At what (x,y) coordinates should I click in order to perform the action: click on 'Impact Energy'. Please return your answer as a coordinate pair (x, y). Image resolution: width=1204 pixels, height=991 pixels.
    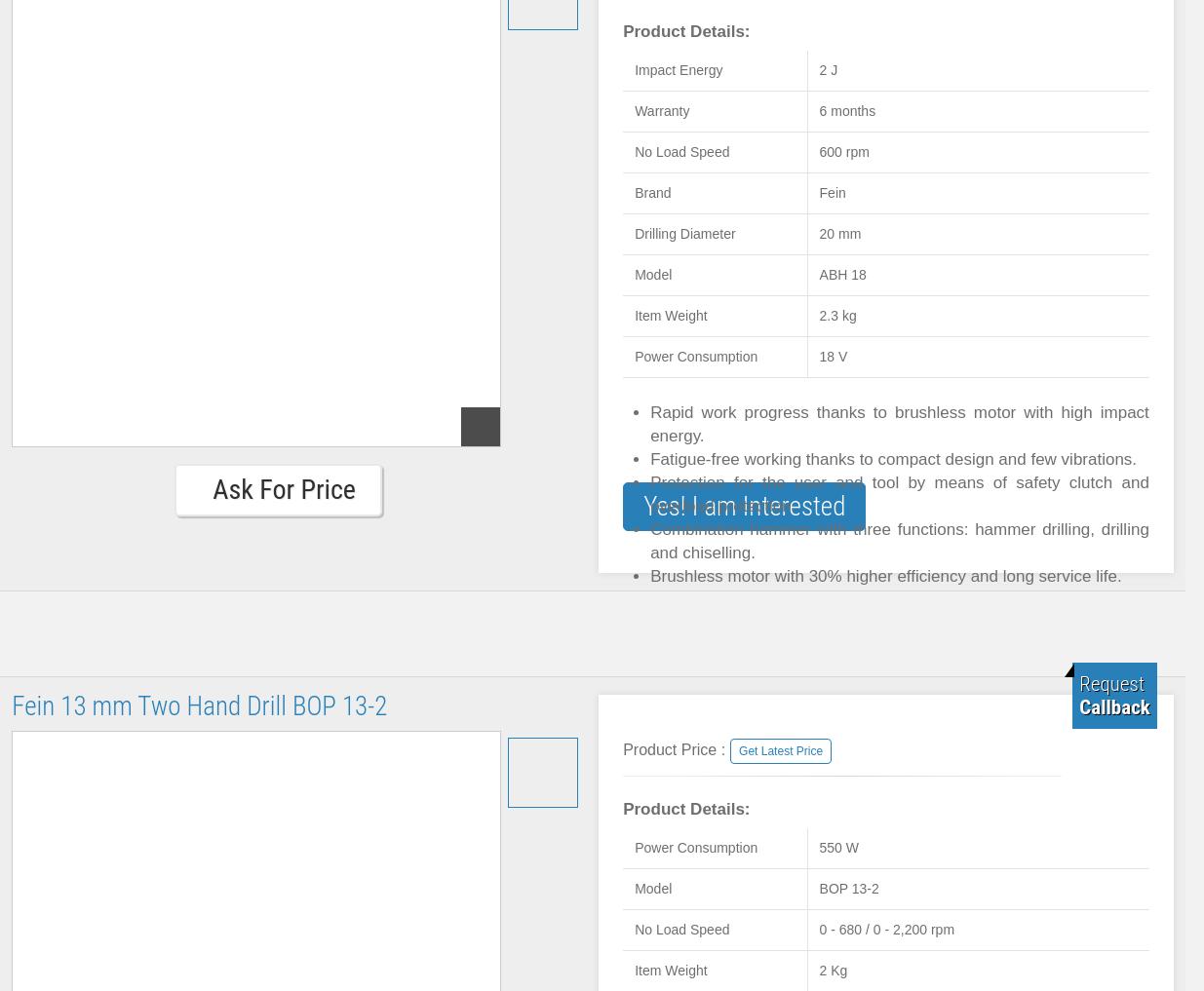
    Looking at the image, I should click on (679, 70).